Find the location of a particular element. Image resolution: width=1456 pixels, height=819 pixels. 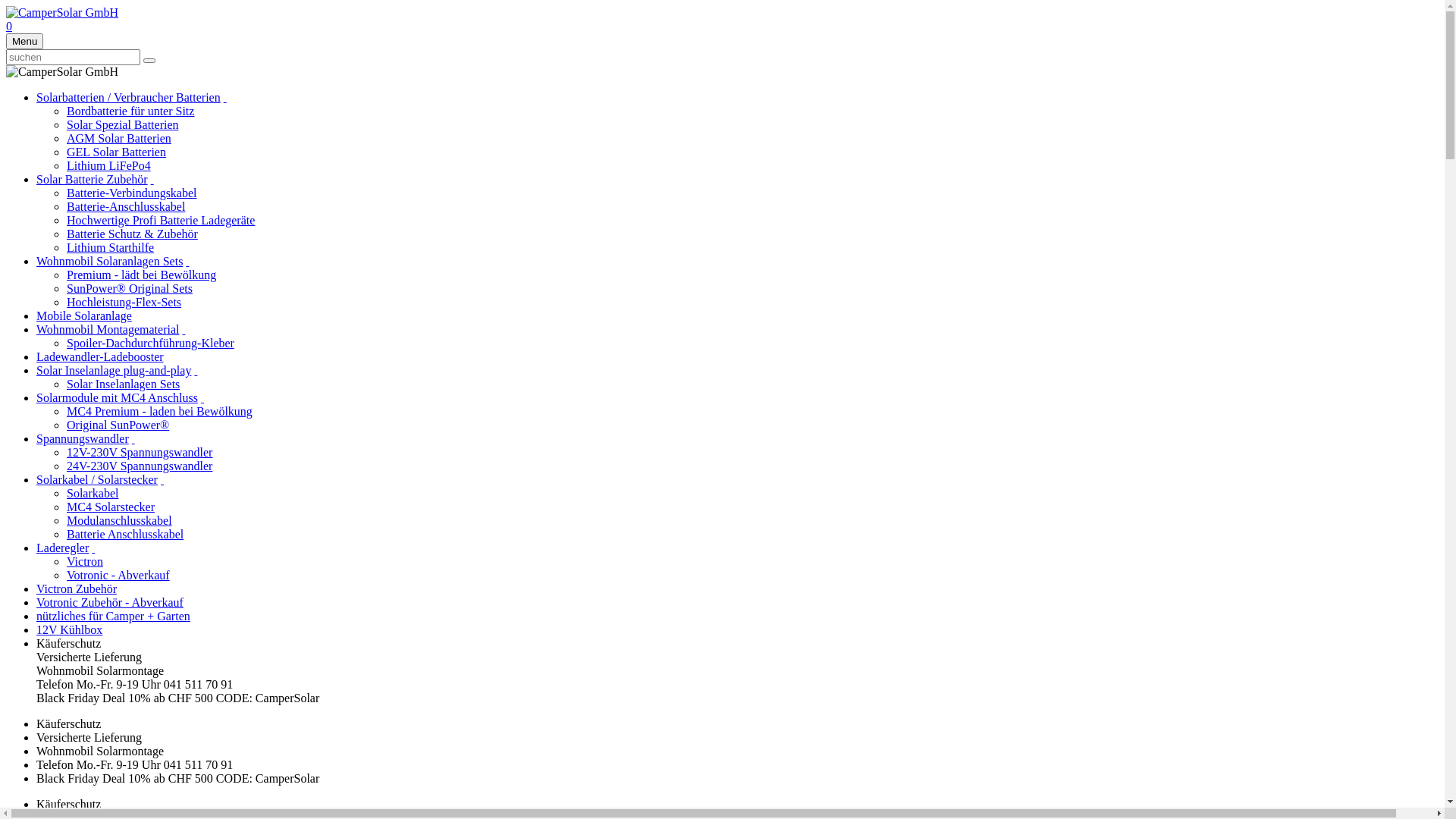

'Solar Inselanlage plug-and-play' is located at coordinates (112, 370).